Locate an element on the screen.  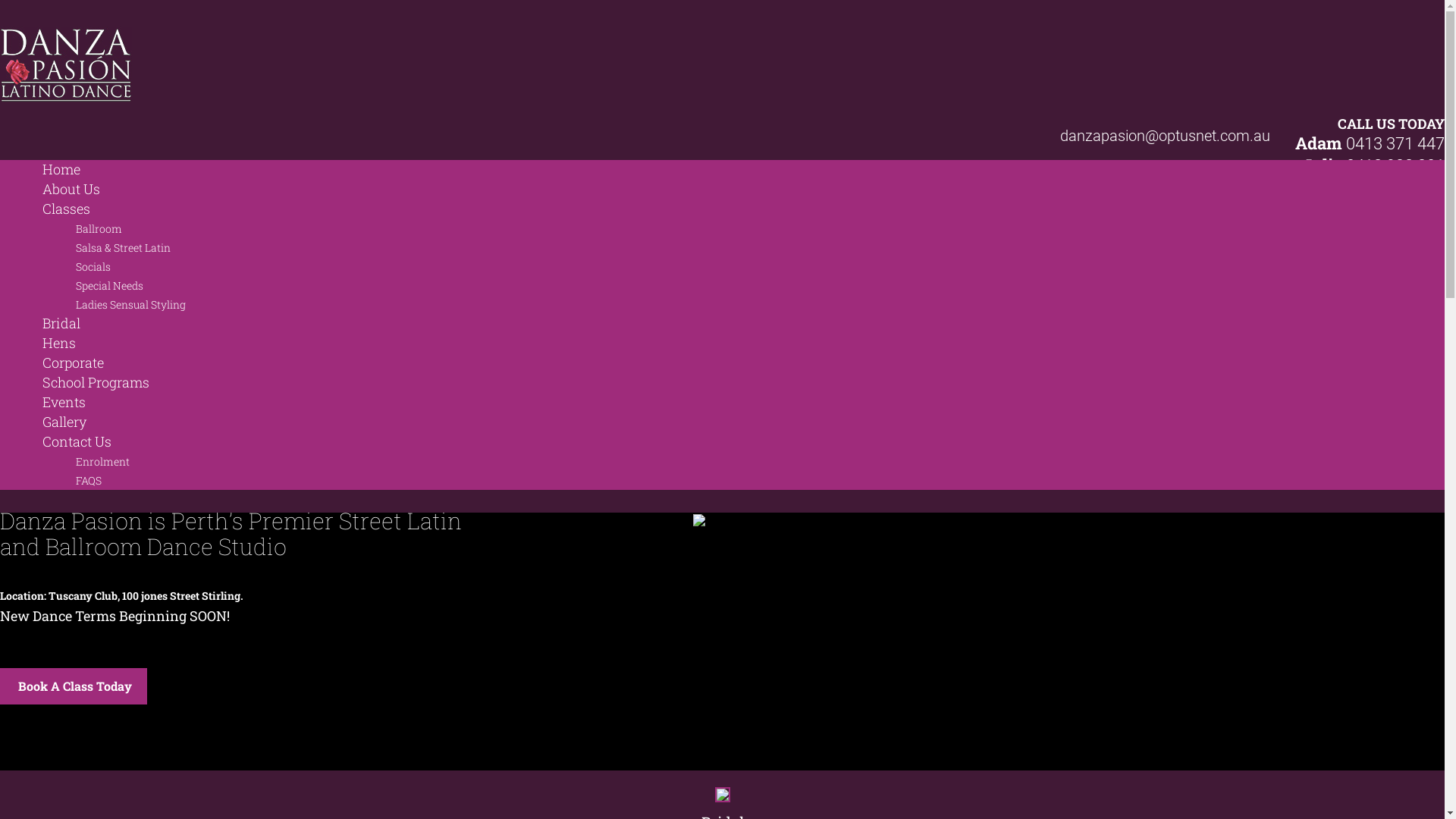
'About Us' is located at coordinates (71, 188).